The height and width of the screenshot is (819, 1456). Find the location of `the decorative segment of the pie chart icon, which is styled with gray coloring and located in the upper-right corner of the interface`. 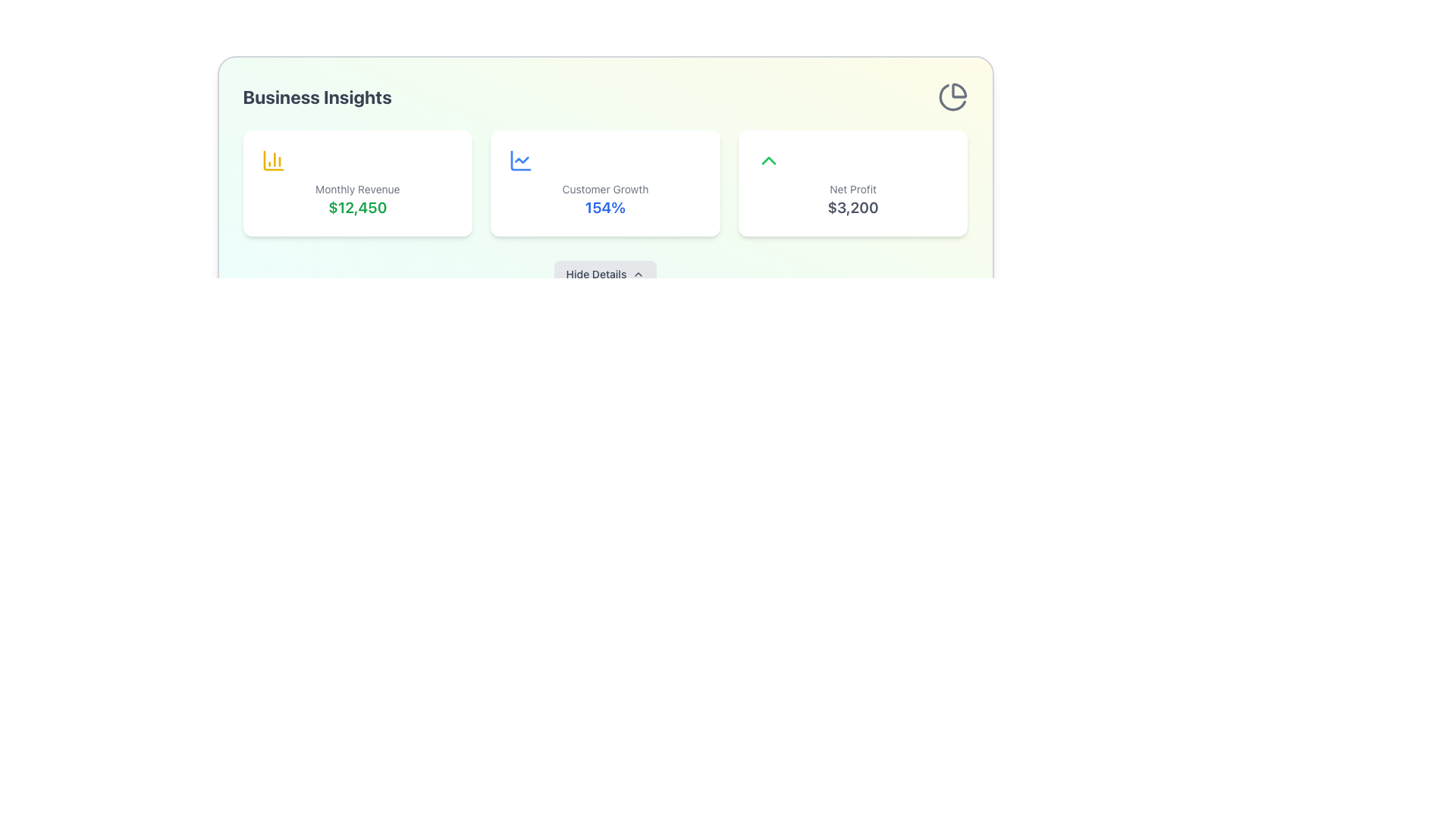

the decorative segment of the pie chart icon, which is styled with gray coloring and located in the upper-right corner of the interface is located at coordinates (958, 90).